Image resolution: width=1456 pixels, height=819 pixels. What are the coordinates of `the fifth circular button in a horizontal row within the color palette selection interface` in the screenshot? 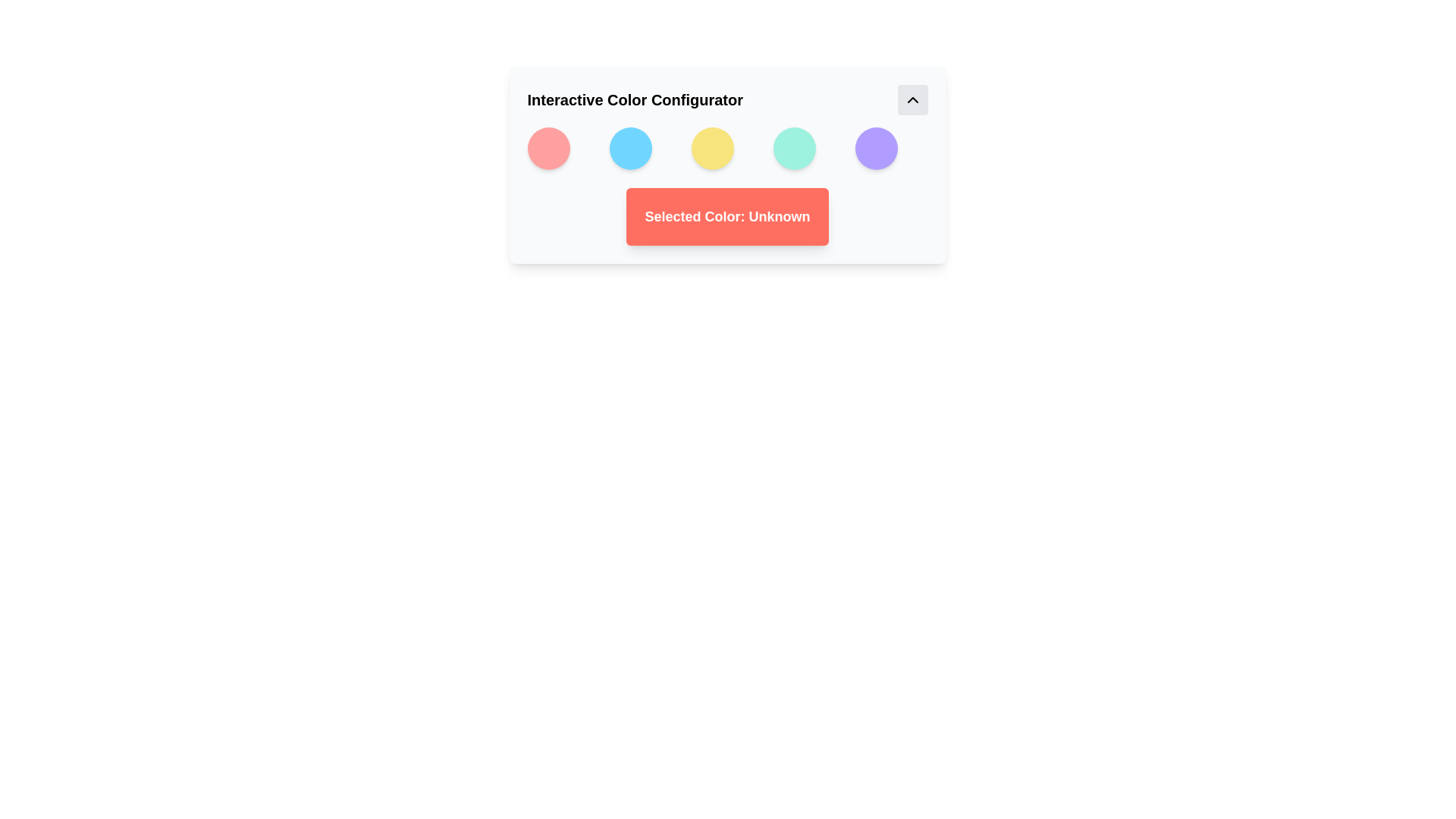 It's located at (876, 149).